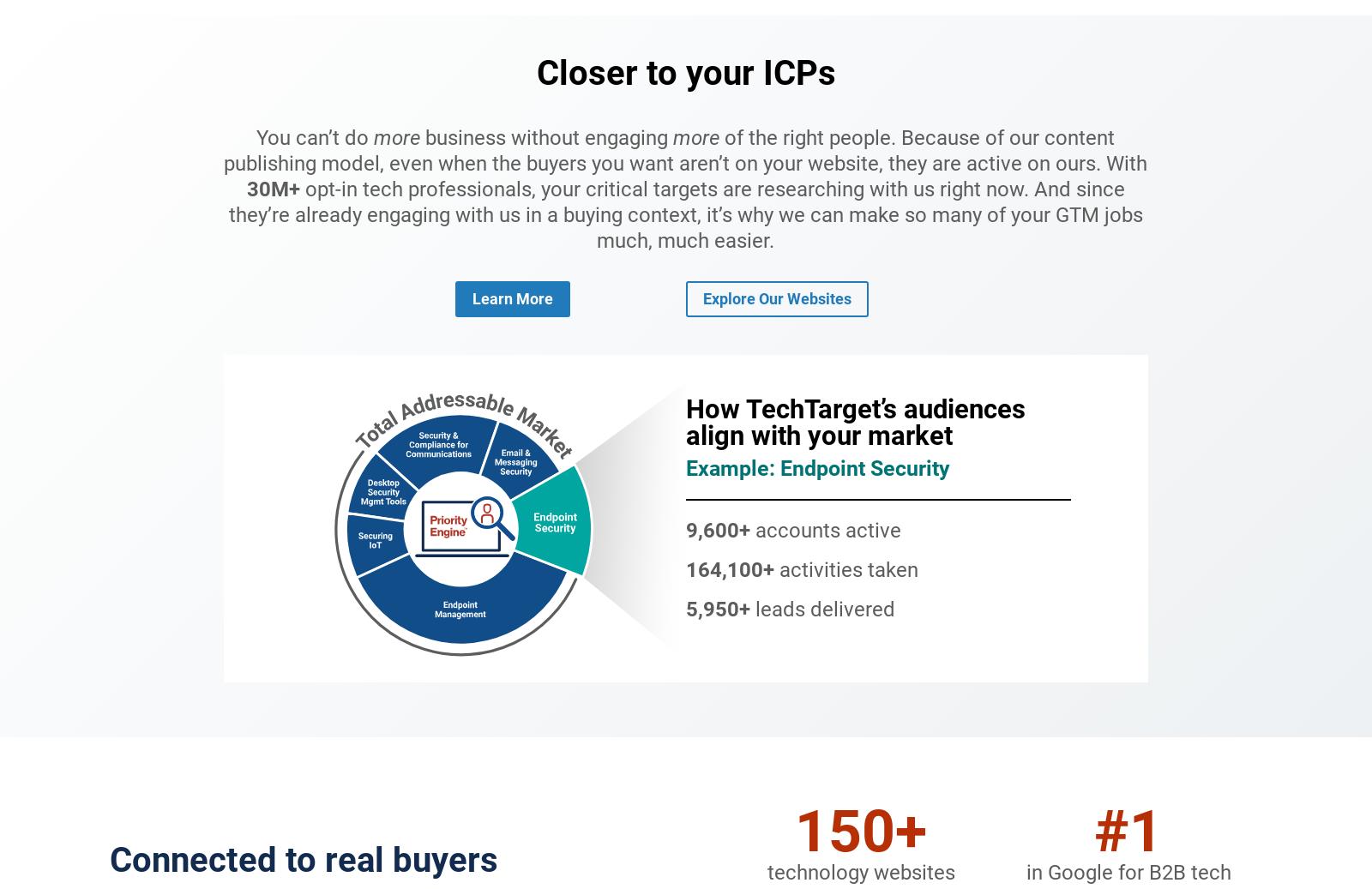 The height and width of the screenshot is (889, 1372). What do you see at coordinates (685, 72) in the screenshot?
I see `'Closer to your ICPs'` at bounding box center [685, 72].